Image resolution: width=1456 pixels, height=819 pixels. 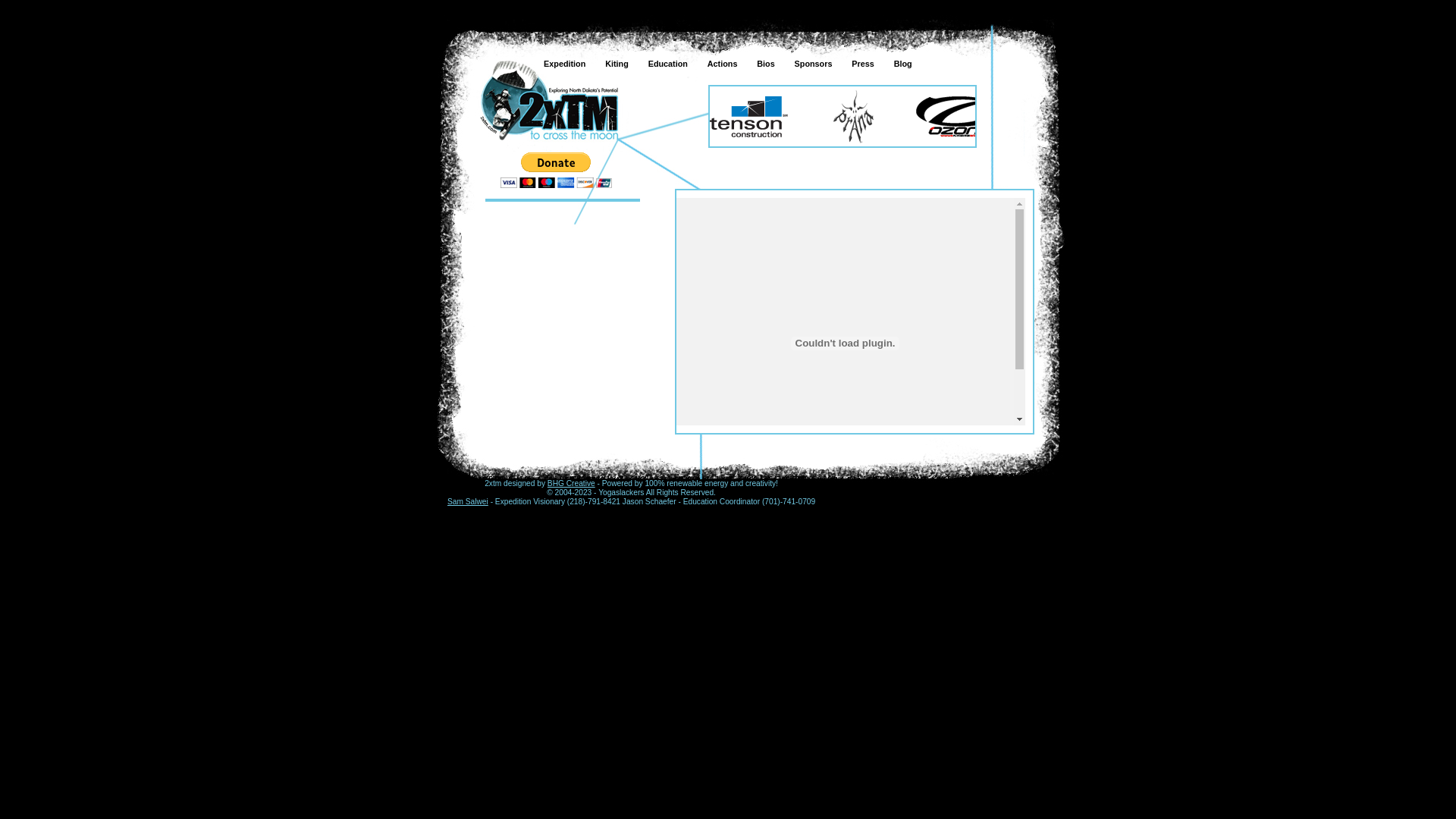 What do you see at coordinates (720, 63) in the screenshot?
I see `'Actions'` at bounding box center [720, 63].